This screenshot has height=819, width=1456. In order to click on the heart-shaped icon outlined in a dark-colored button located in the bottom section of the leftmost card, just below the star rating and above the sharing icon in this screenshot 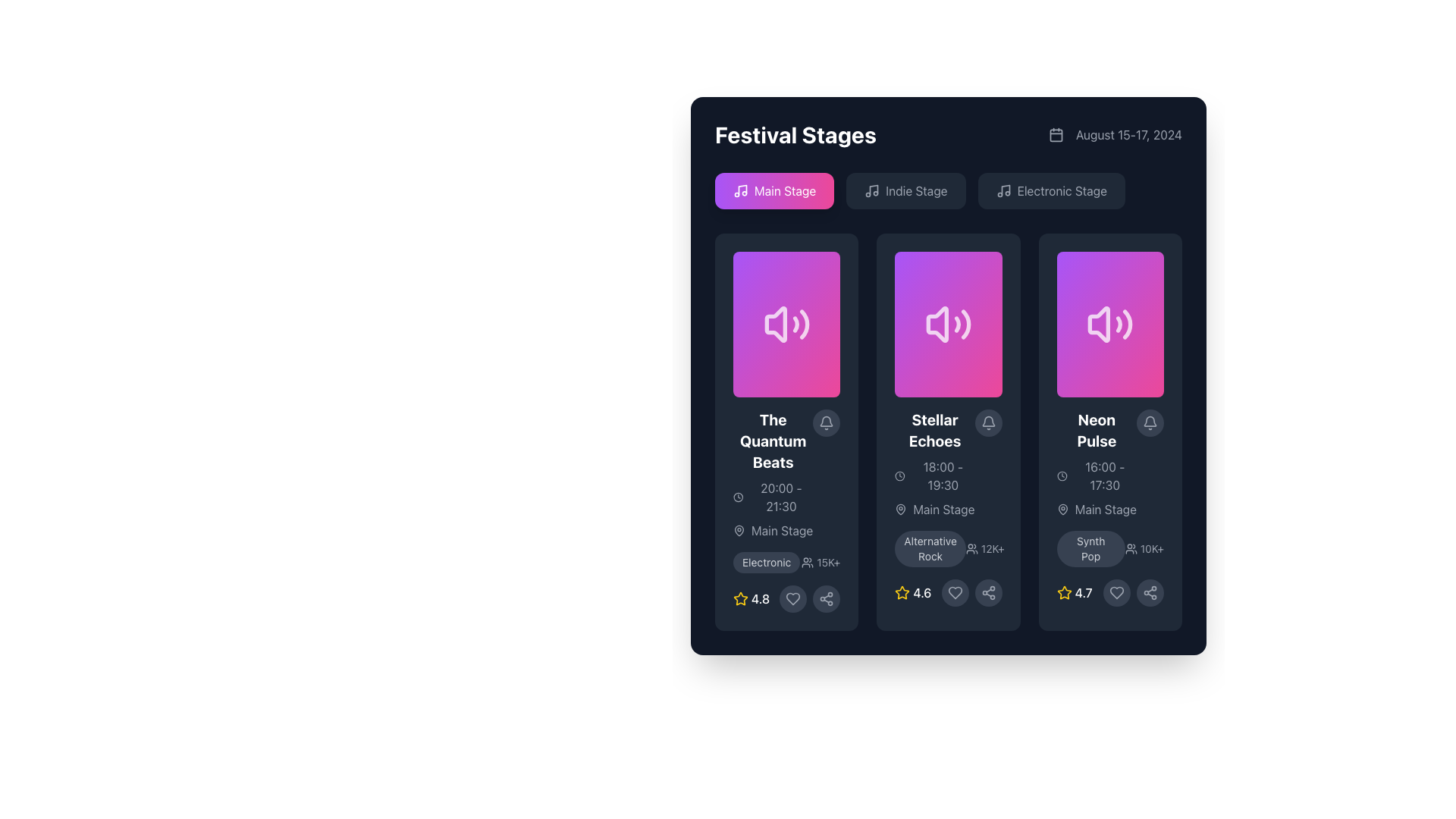, I will do `click(792, 598)`.